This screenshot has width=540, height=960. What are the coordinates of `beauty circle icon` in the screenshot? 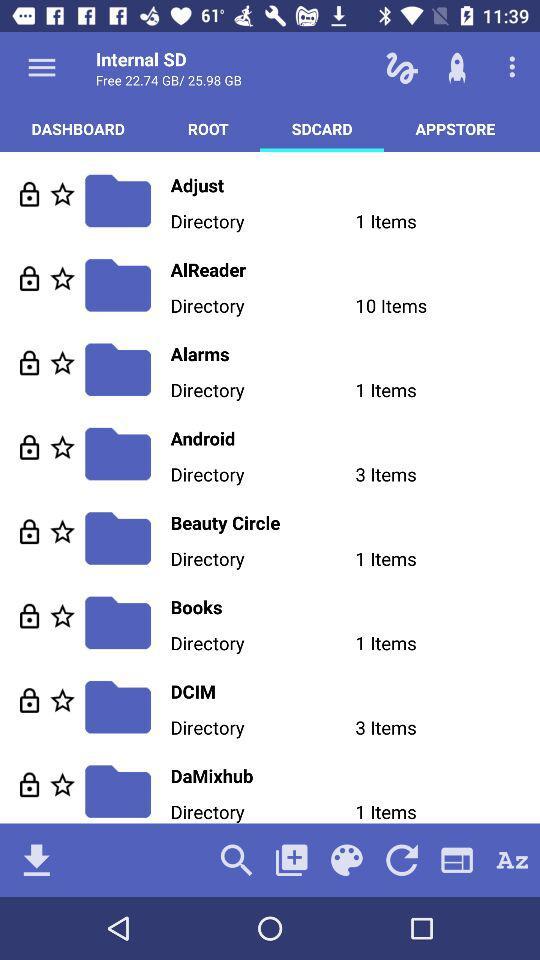 It's located at (354, 521).